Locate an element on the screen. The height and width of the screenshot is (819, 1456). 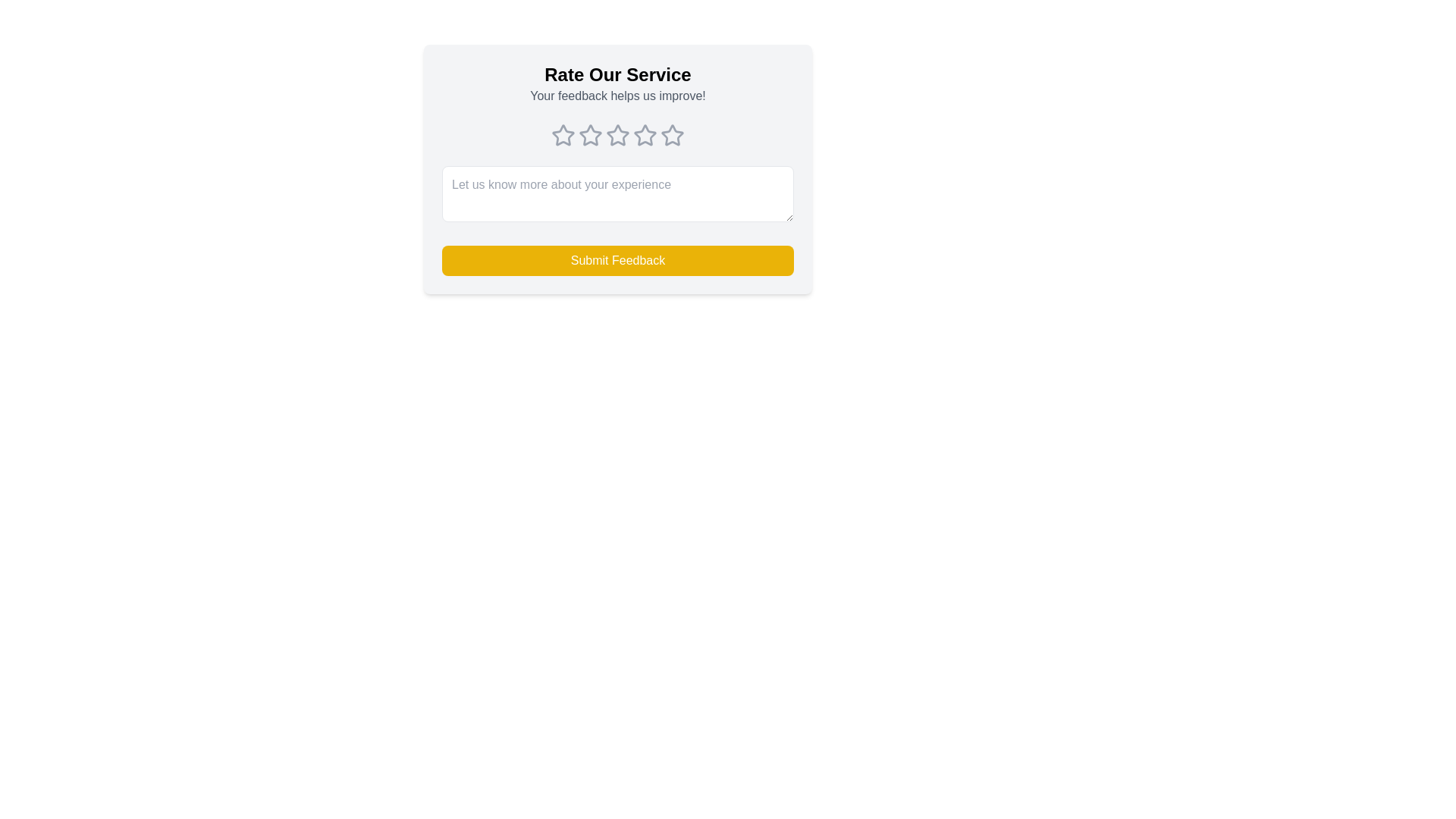
the far-left one-star rating icon in the feedback form located under the 'Rate Our Service' title is located at coordinates (563, 134).